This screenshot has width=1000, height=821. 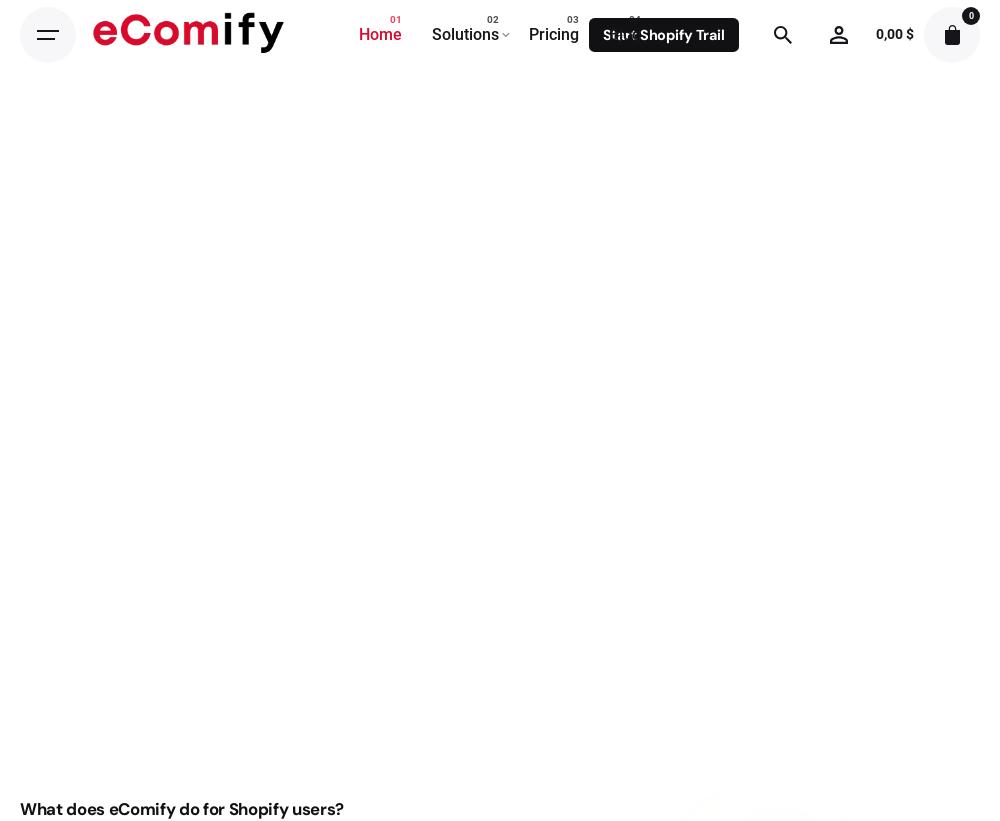 What do you see at coordinates (891, 33) in the screenshot?
I see `'0,00'` at bounding box center [891, 33].